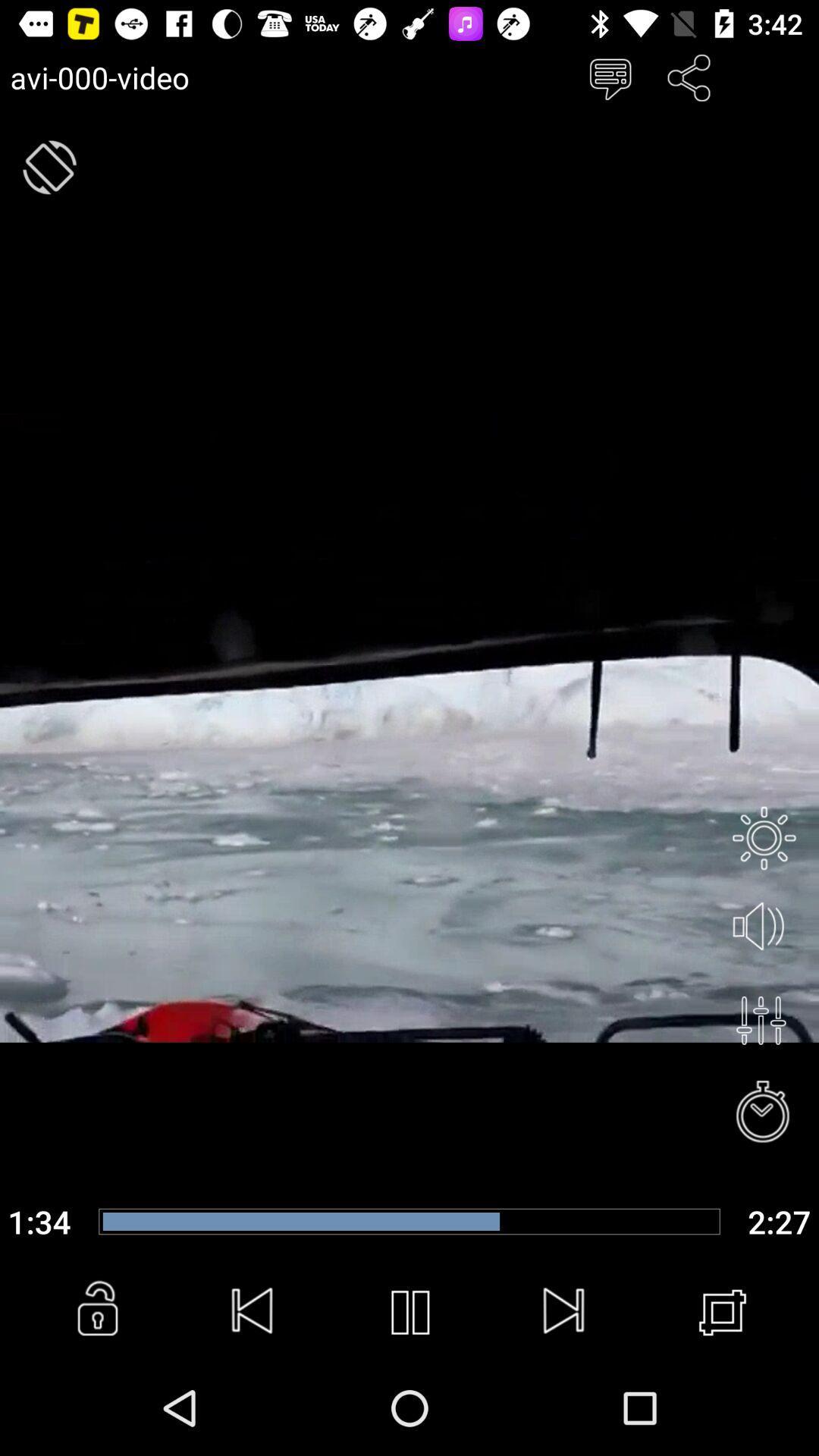 The image size is (819, 1456). What do you see at coordinates (49, 167) in the screenshot?
I see `vibrate` at bounding box center [49, 167].